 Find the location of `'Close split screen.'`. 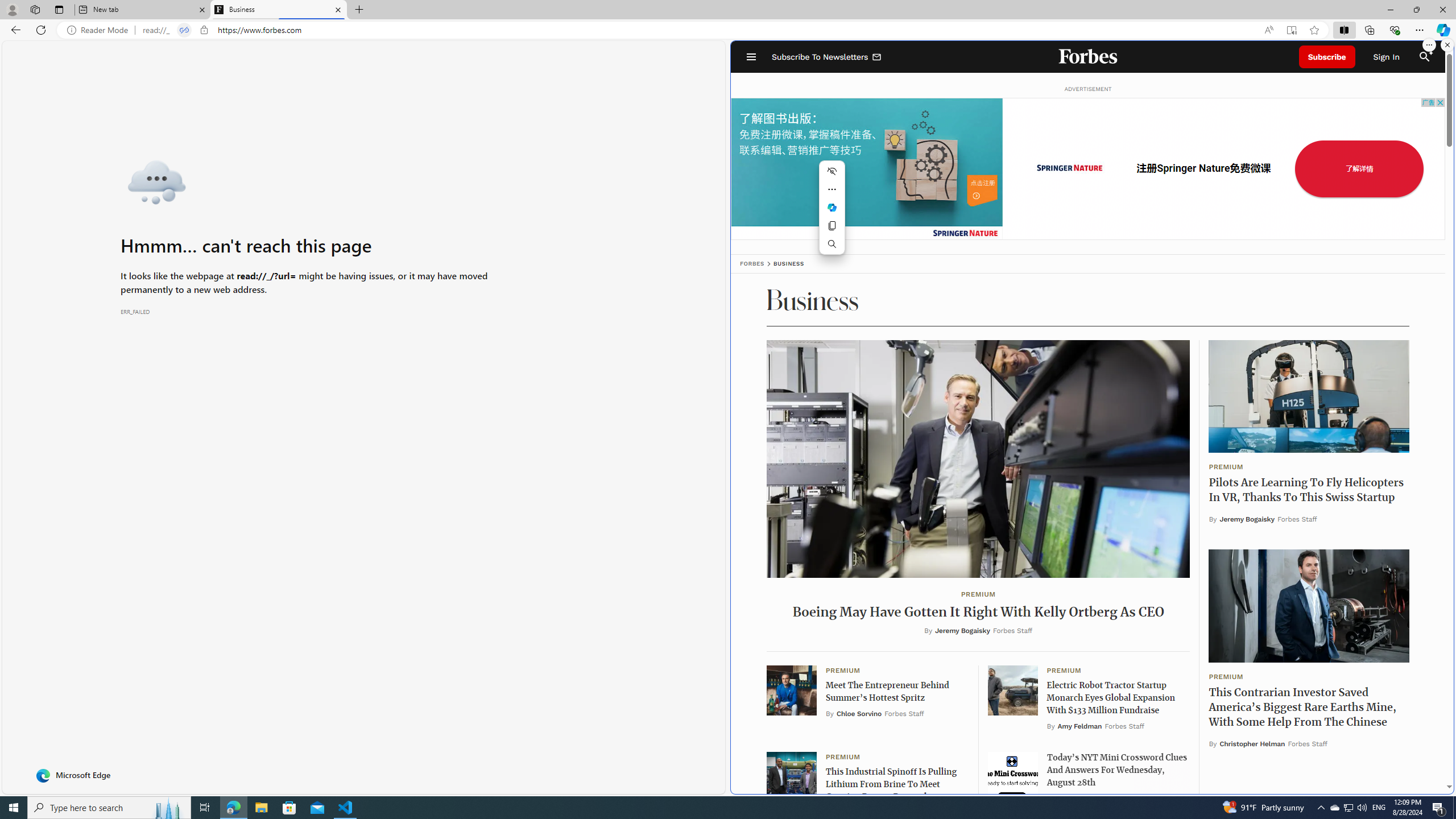

'Close split screen.' is located at coordinates (1446, 44).